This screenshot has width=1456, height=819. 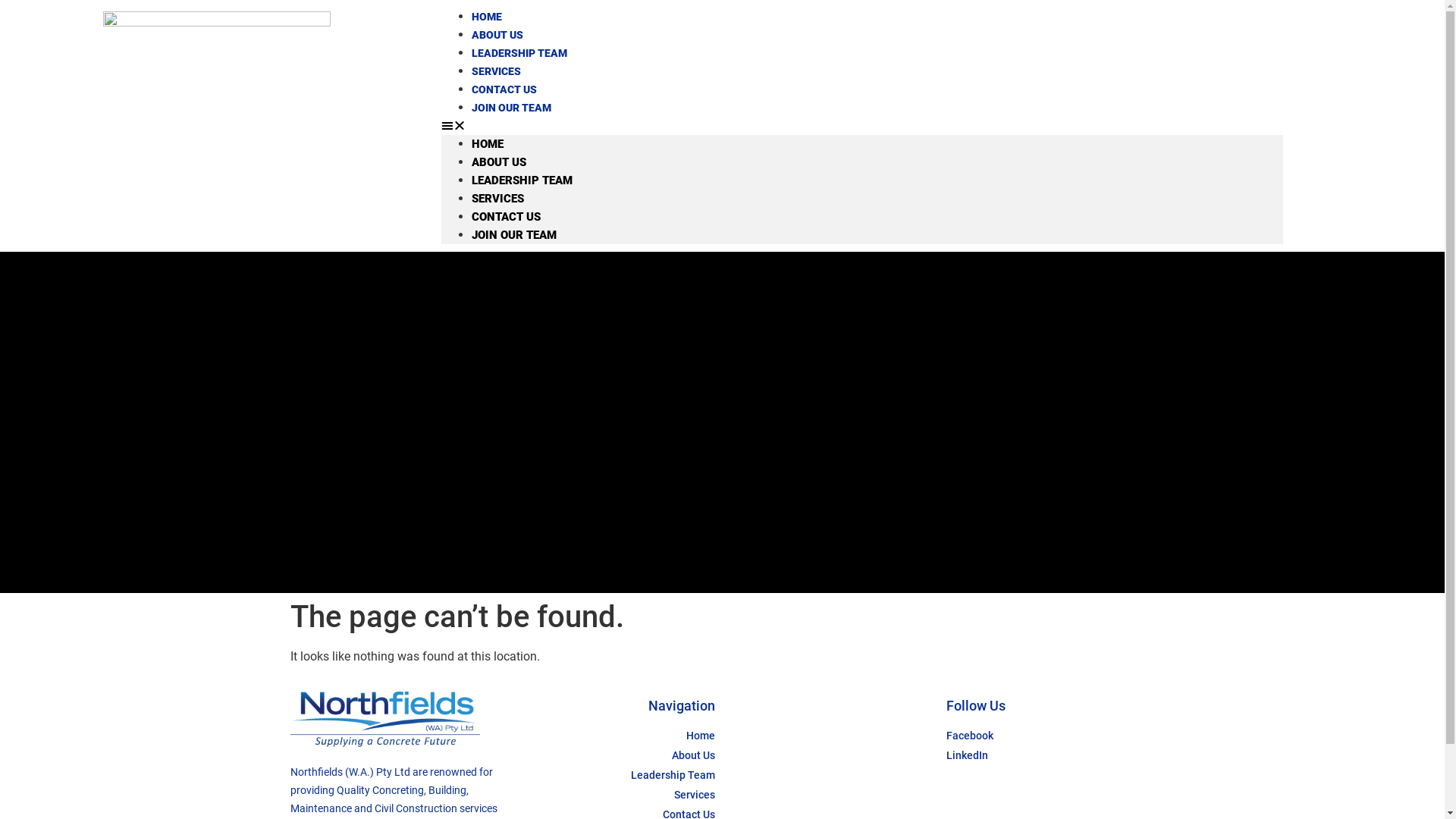 I want to click on 'HOME', so click(x=488, y=143).